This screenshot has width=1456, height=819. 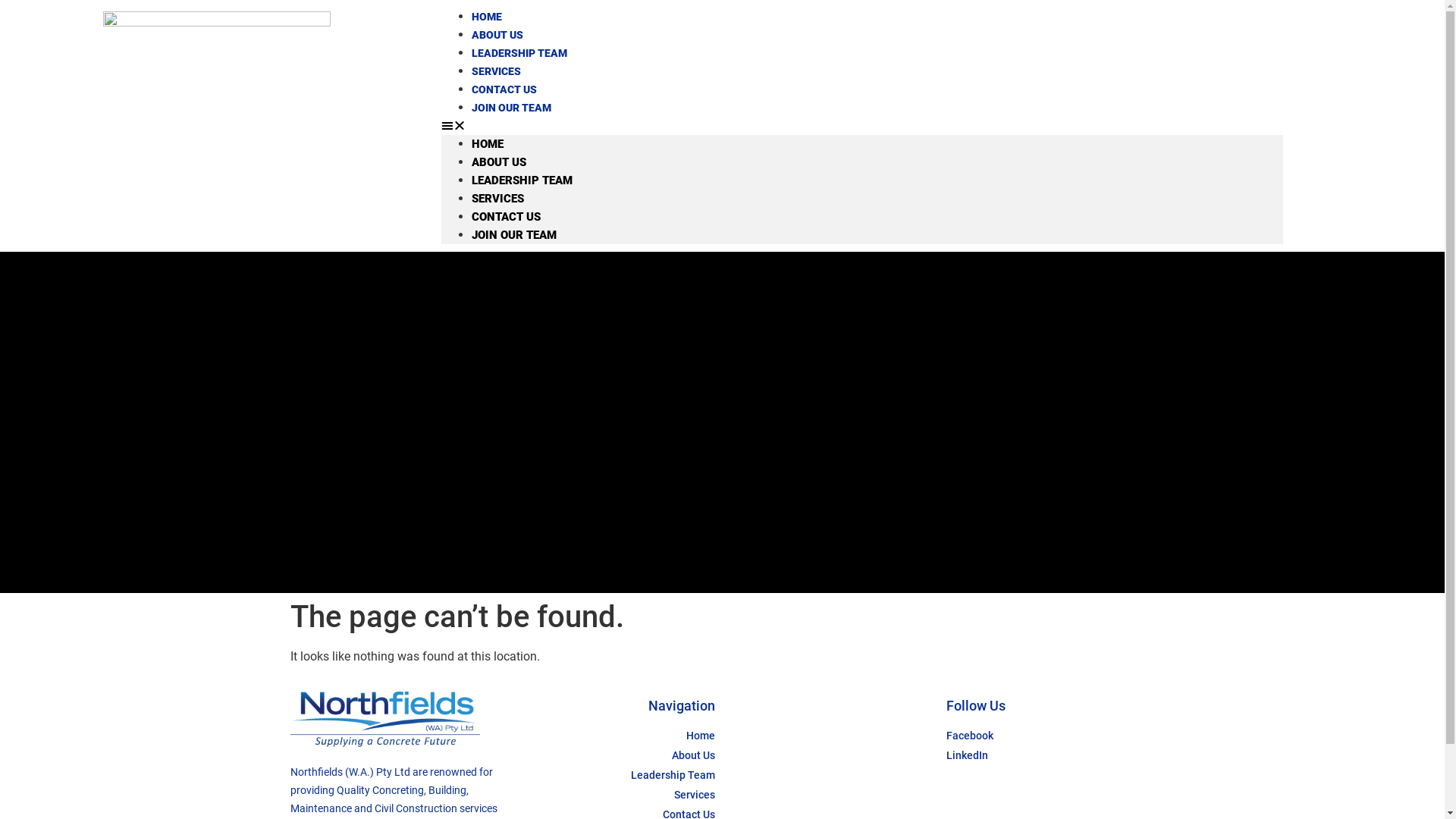 I want to click on 'HOME', so click(x=488, y=143).